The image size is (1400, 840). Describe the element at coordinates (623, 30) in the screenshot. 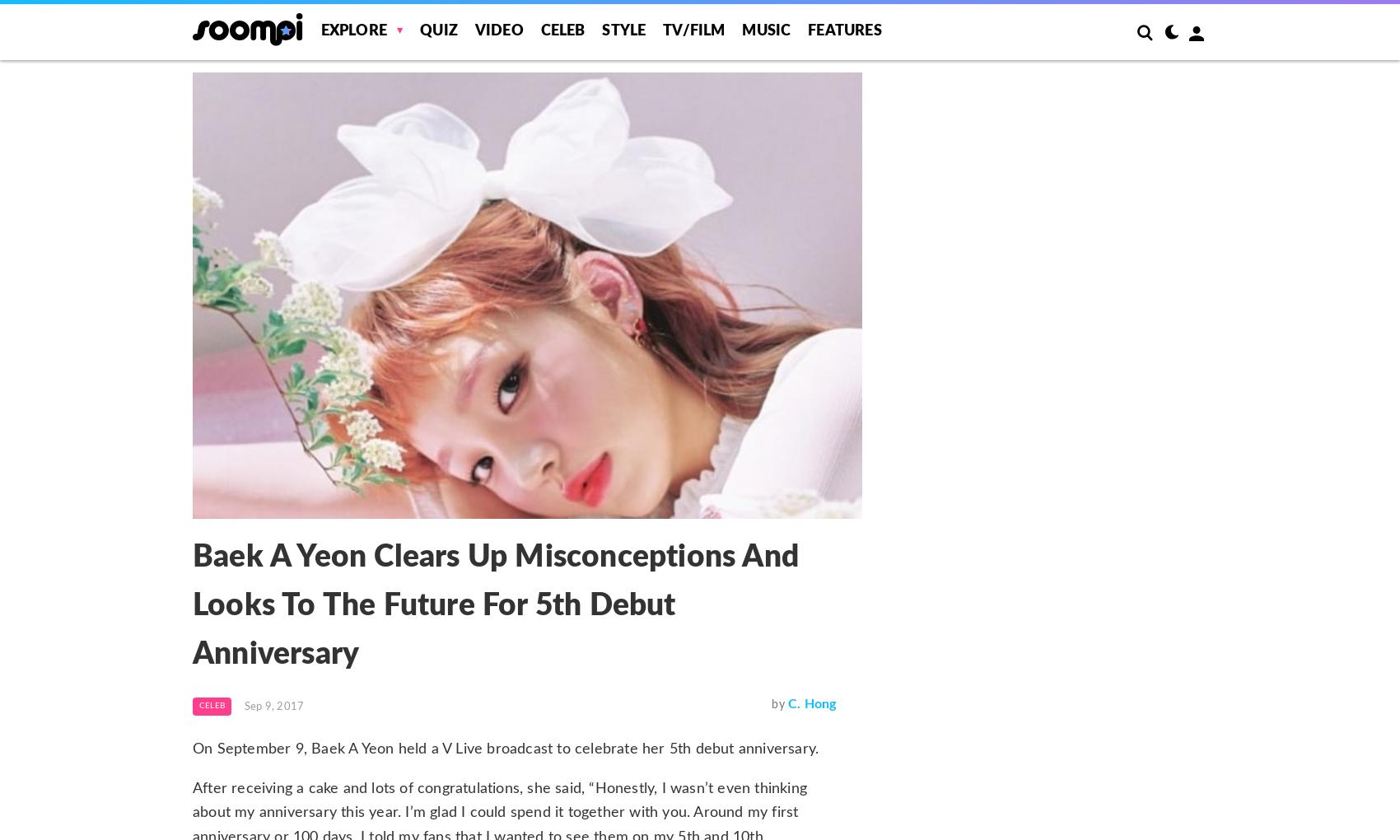

I see `'Style'` at that location.